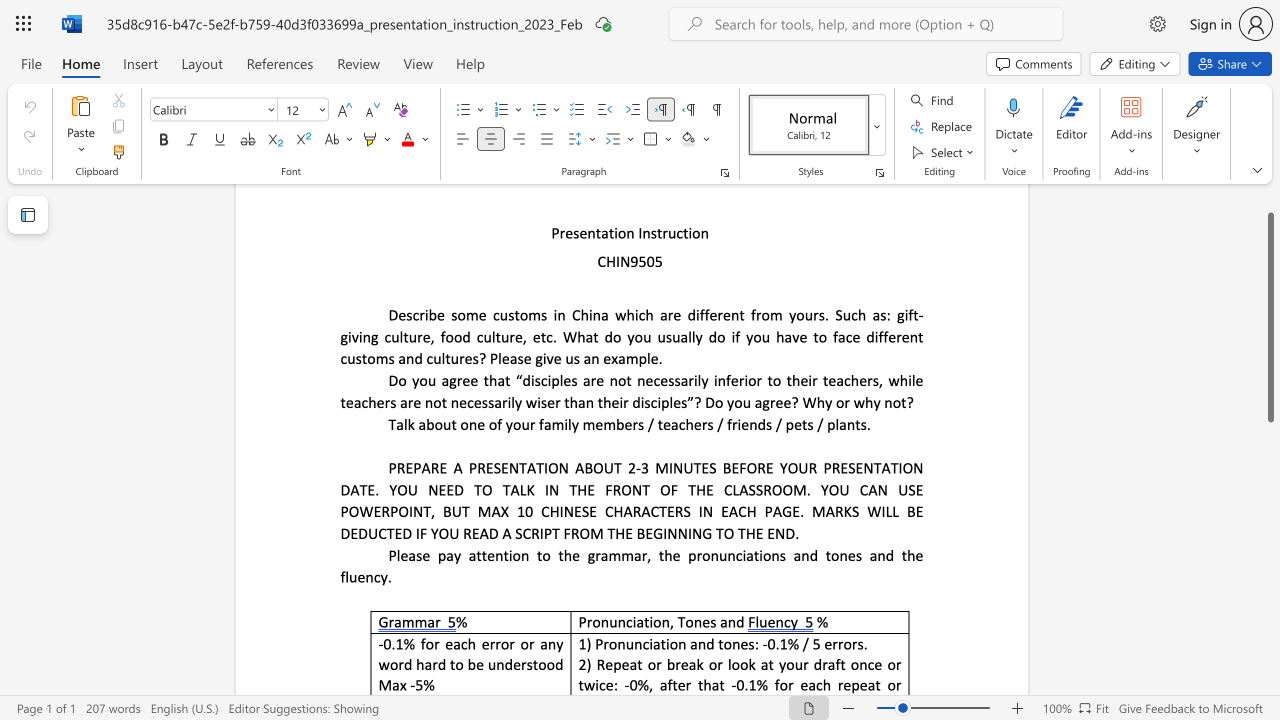  I want to click on the subset text "d hard to be understoo" within the text "-0.1% for each error or any word hard to be understood Max -5%", so click(402, 664).